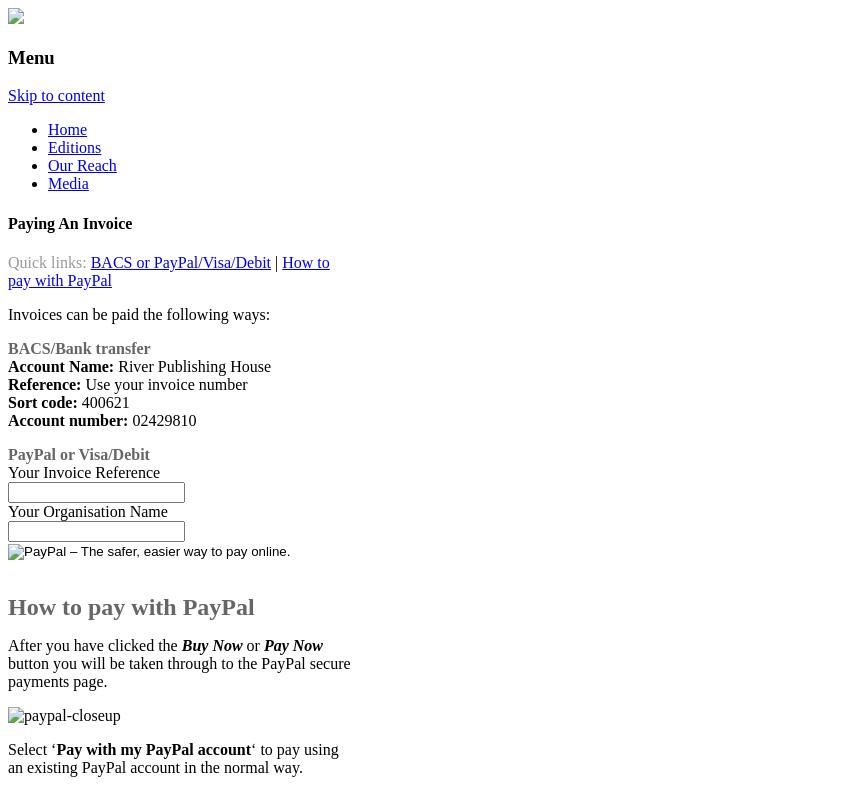  I want to click on 'button you will be taken through to the PayPal secure payments page.', so click(178, 670).